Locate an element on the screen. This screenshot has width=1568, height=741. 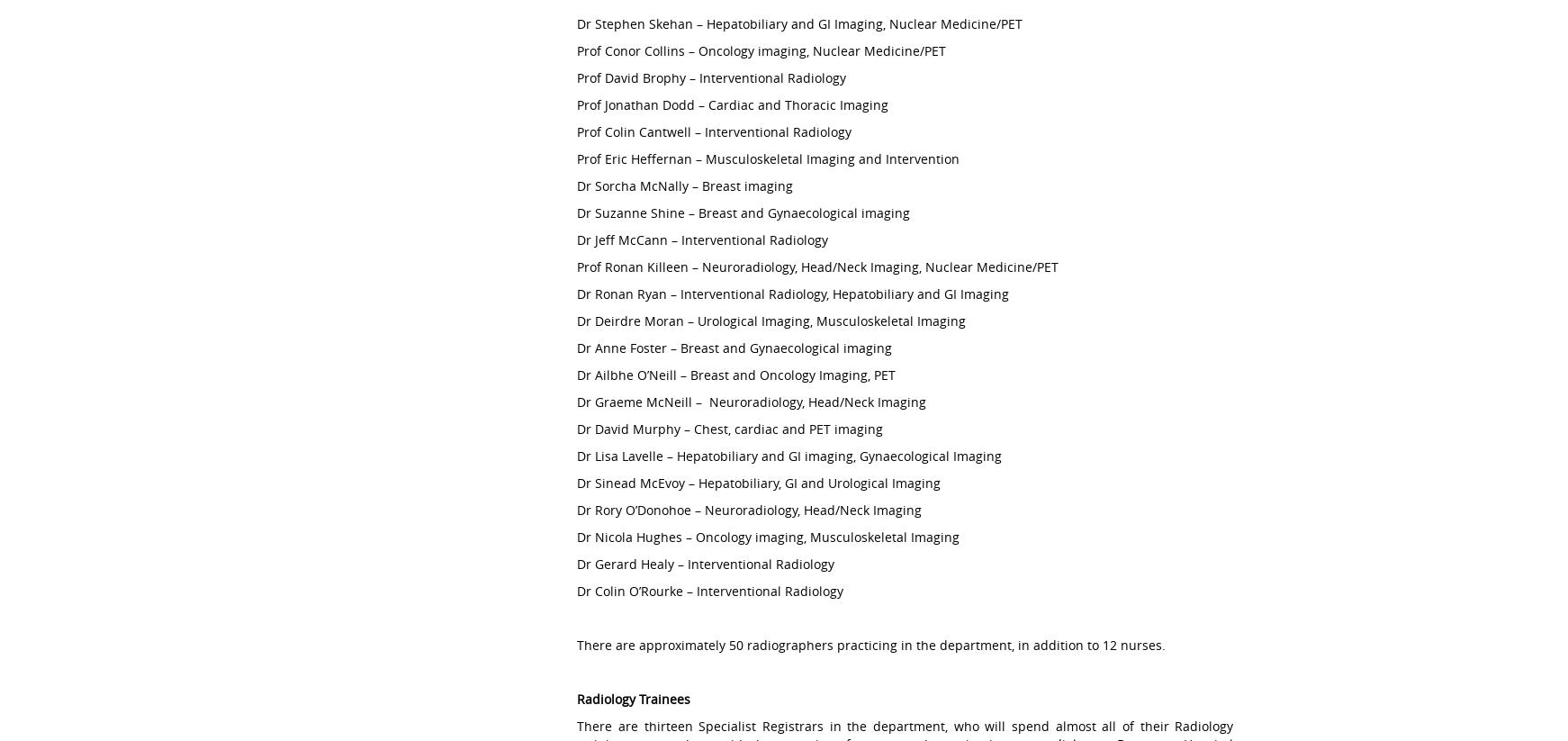
'Prof Eric Heffernan – Musculoskeletal Imaging and Intervention' is located at coordinates (768, 158).